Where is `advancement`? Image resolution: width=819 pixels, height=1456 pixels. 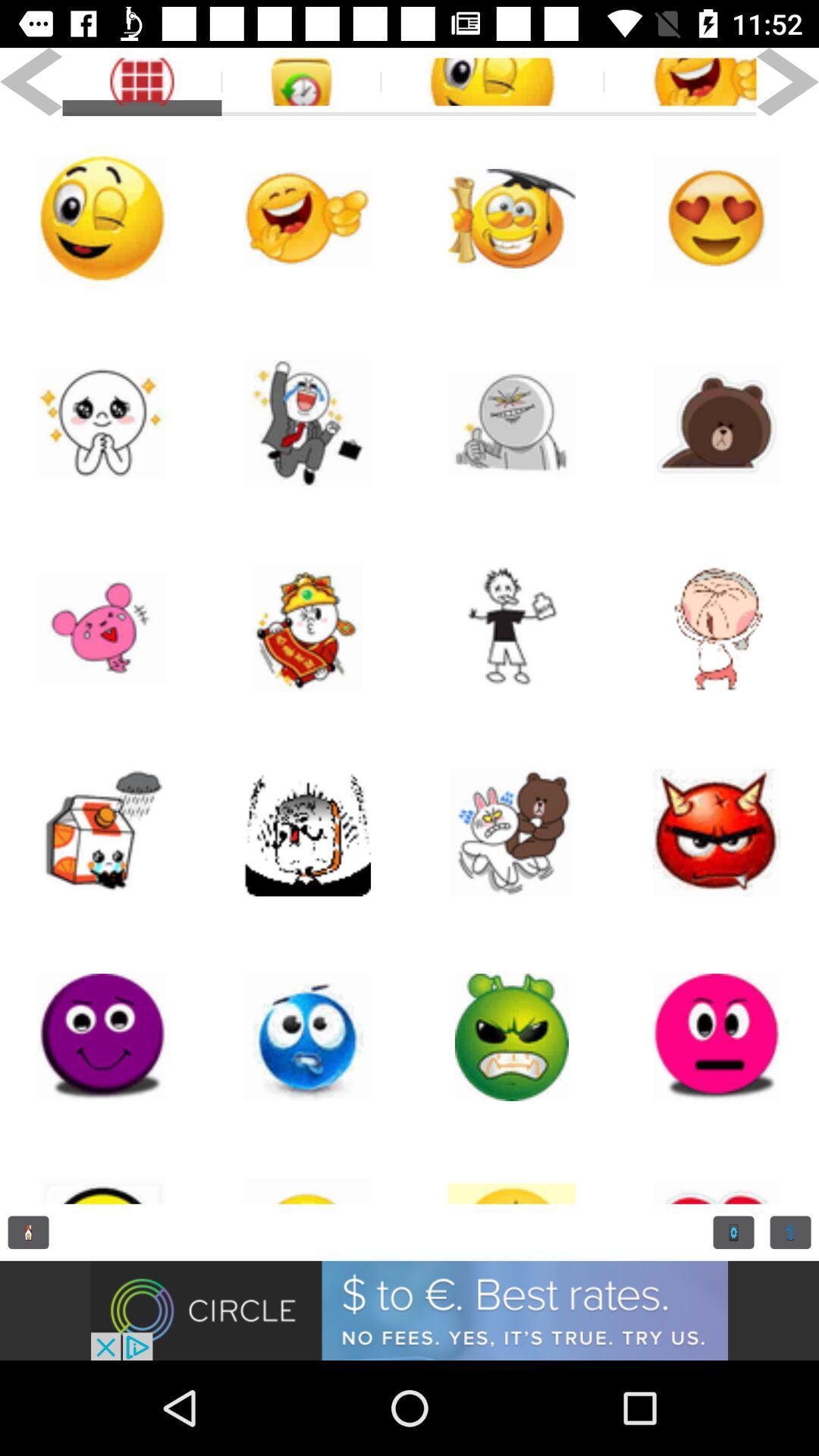 advancement is located at coordinates (409, 1310).